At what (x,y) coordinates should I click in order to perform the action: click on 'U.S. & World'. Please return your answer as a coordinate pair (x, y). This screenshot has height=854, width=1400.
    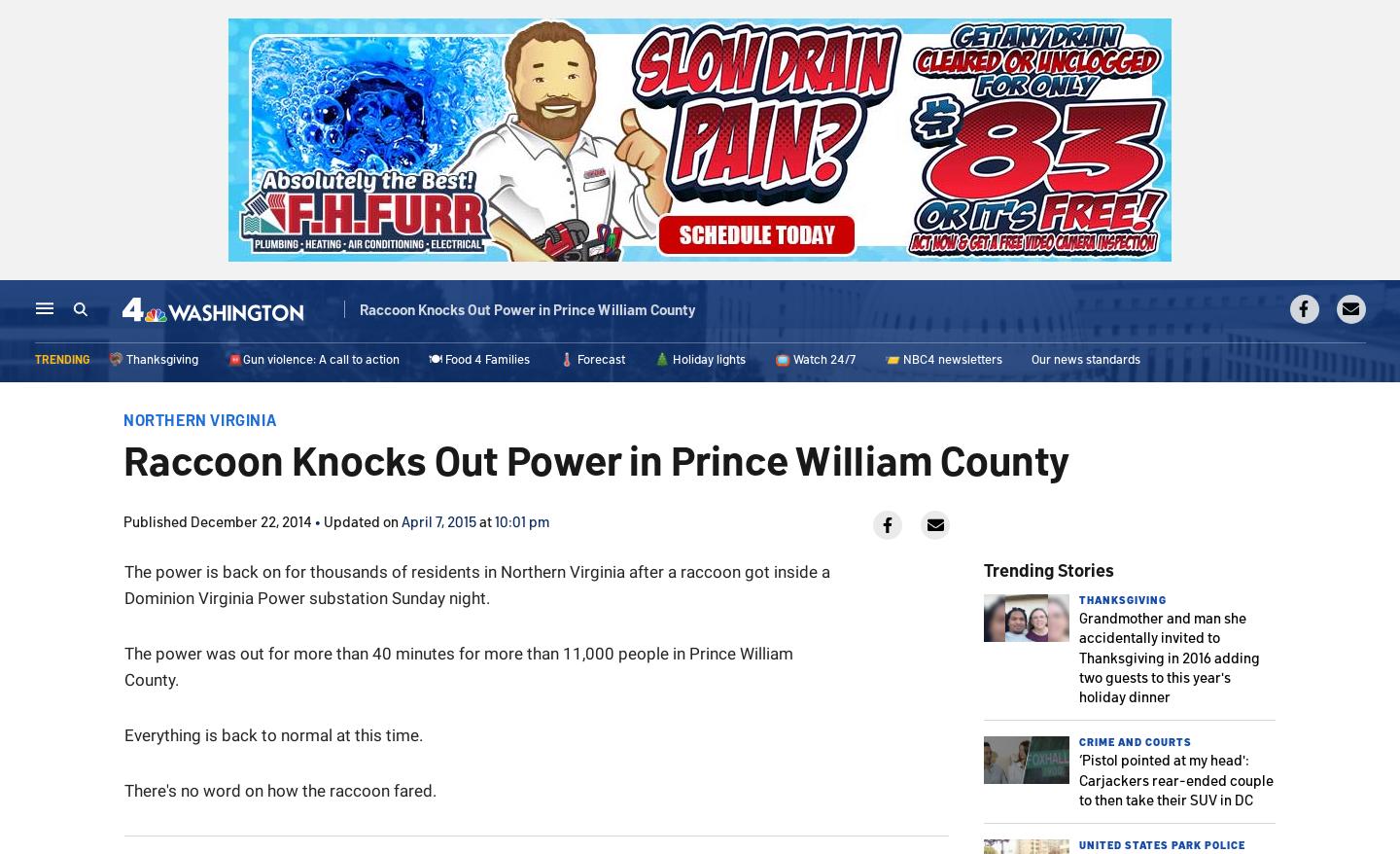
    Looking at the image, I should click on (535, 313).